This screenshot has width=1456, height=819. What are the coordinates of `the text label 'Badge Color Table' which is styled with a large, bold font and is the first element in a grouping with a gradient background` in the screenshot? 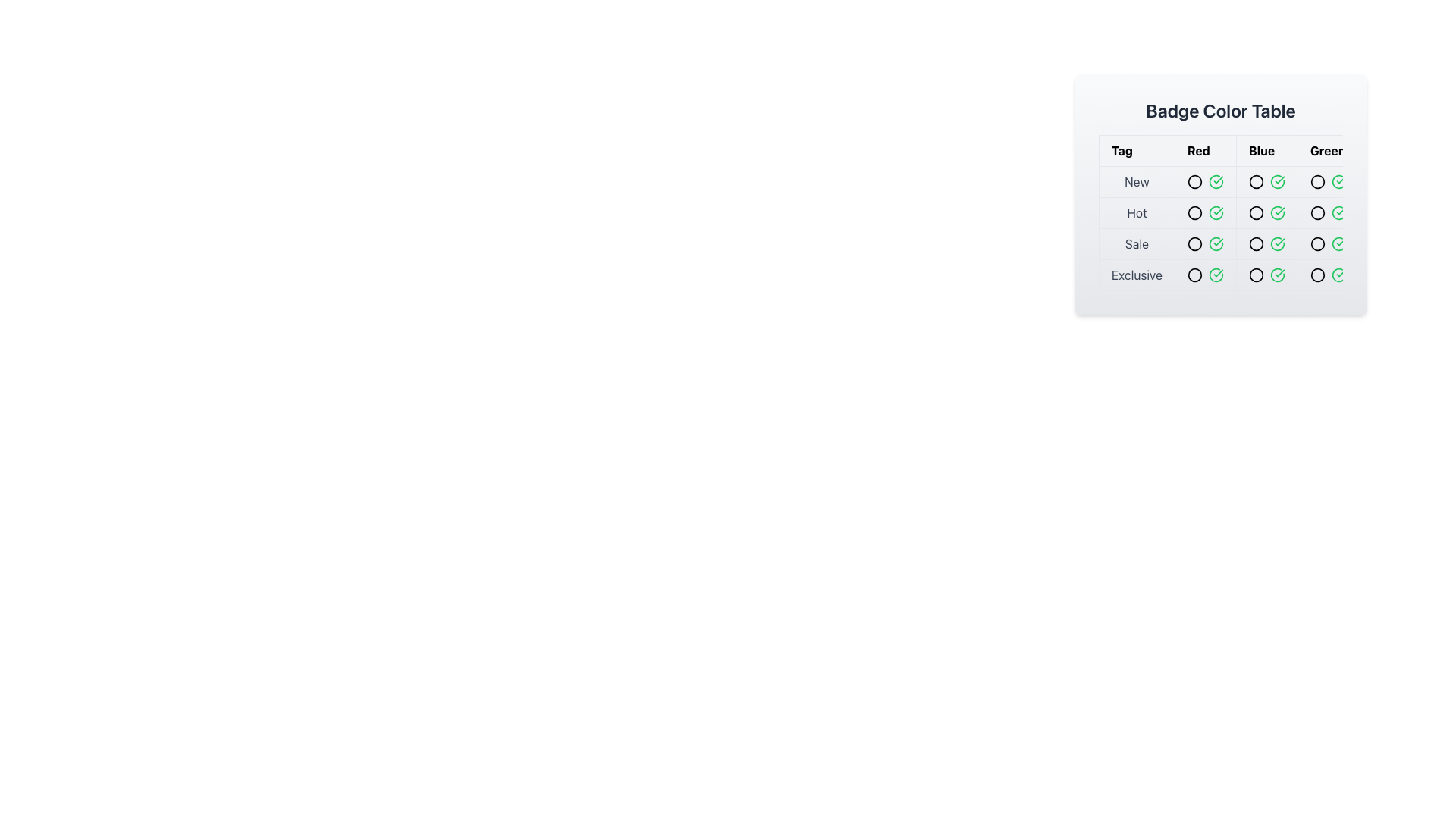 It's located at (1220, 110).